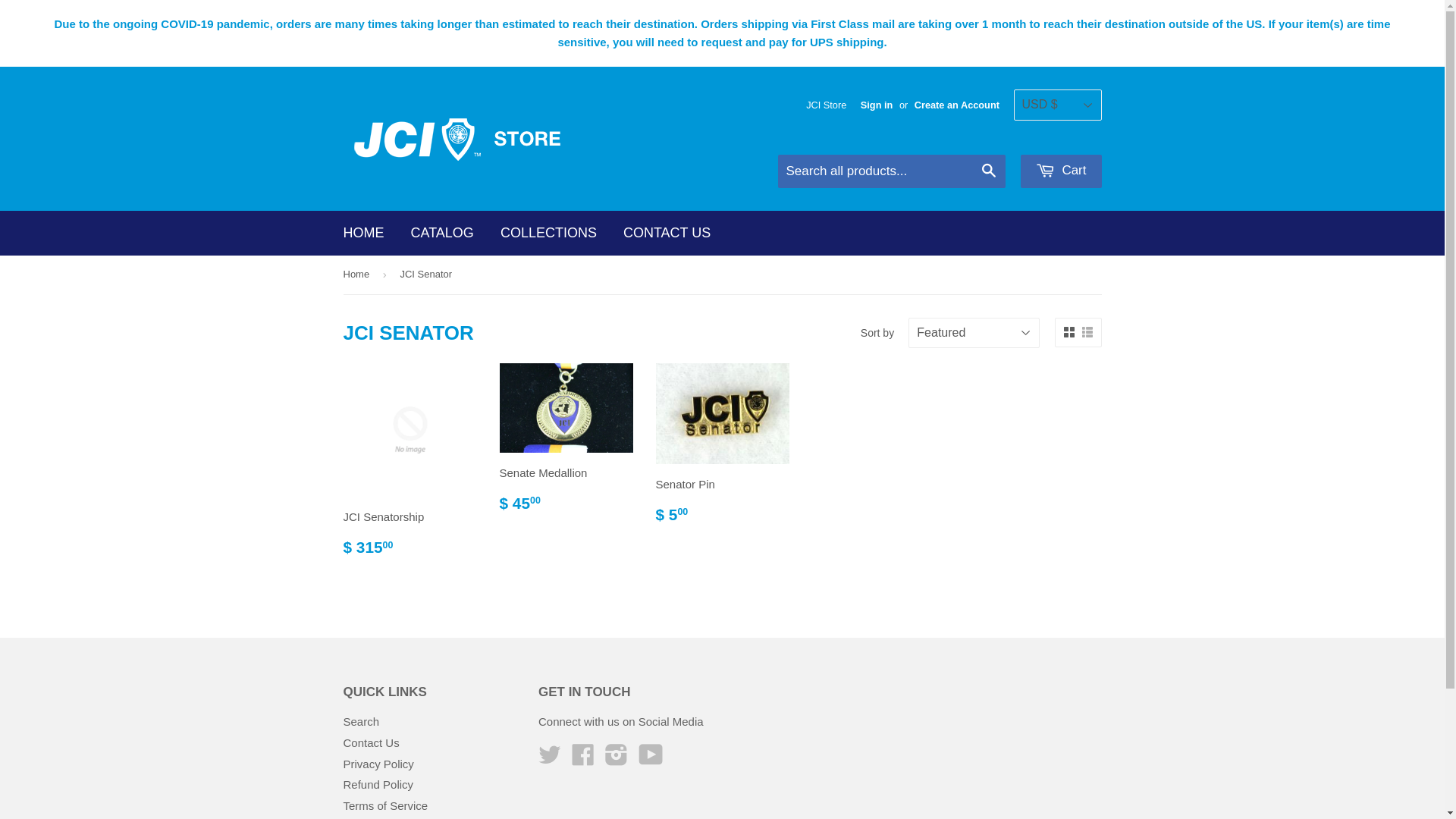 The width and height of the screenshot is (1456, 819). What do you see at coordinates (409, 465) in the screenshot?
I see `'JCI Senatorship` at bounding box center [409, 465].